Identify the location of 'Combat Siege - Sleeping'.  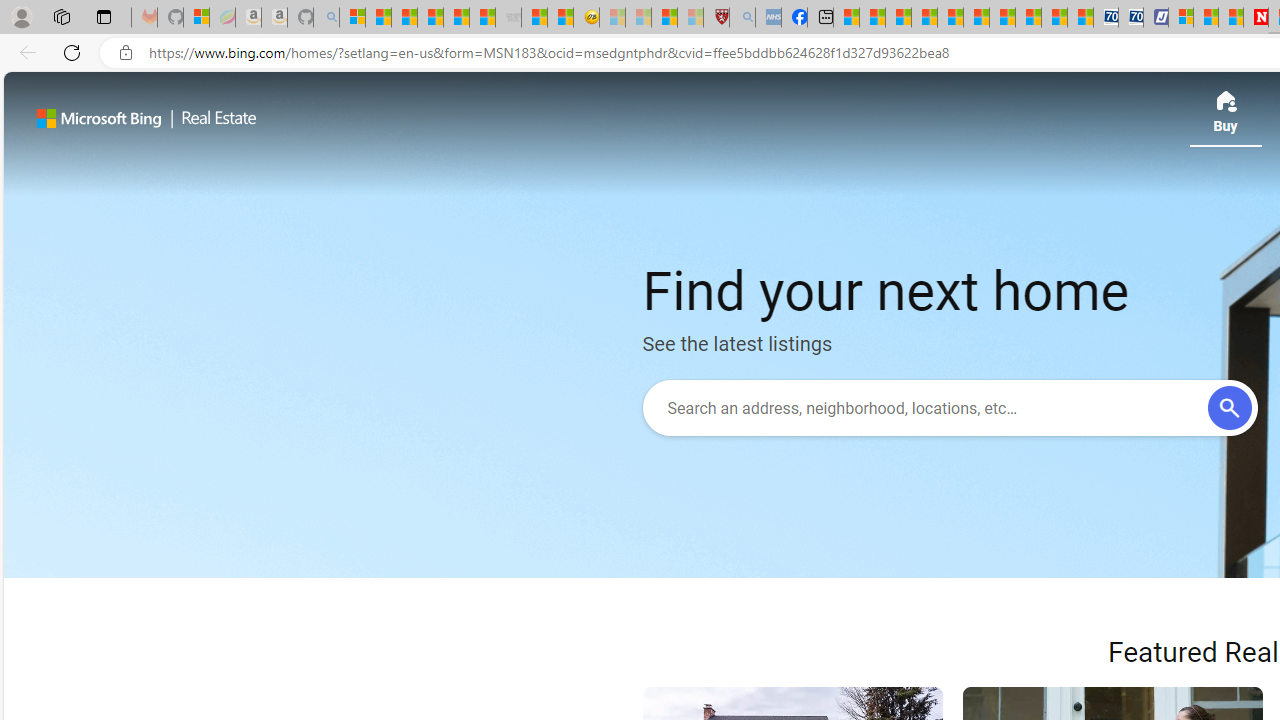
(508, 17).